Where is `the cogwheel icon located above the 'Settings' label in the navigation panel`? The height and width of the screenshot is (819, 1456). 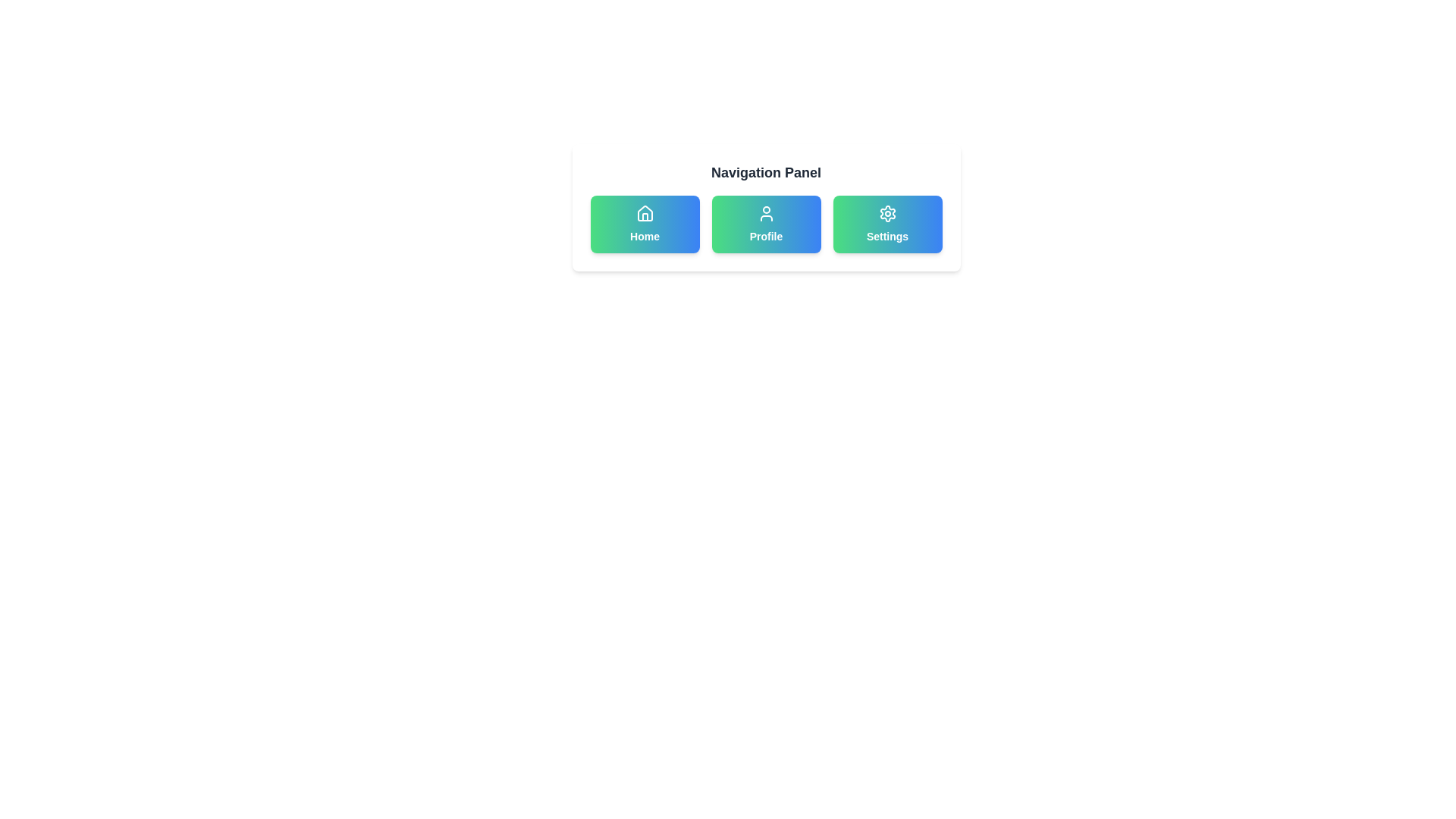
the cogwheel icon located above the 'Settings' label in the navigation panel is located at coordinates (887, 213).